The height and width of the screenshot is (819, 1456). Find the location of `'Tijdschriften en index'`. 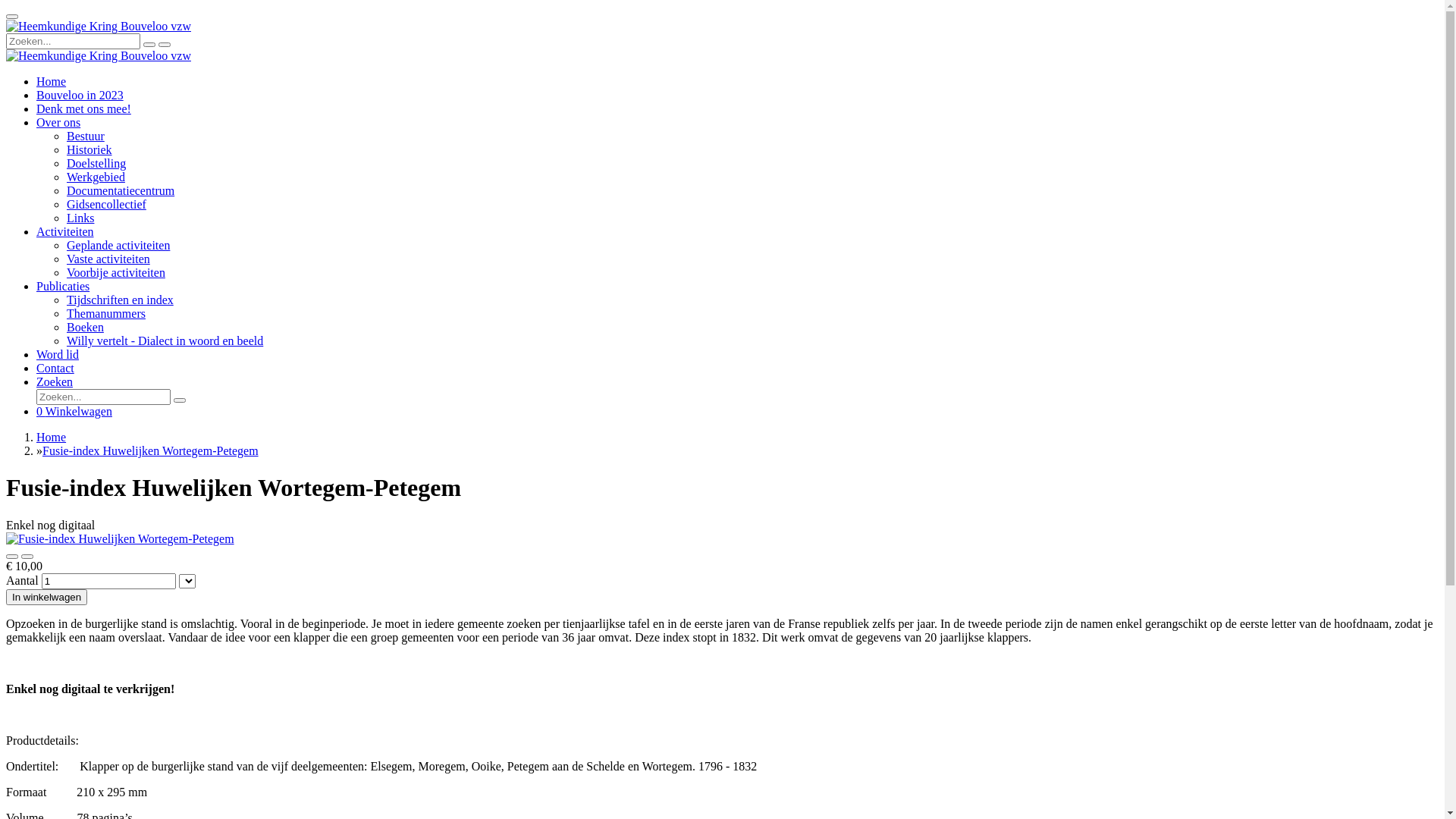

'Tijdschriften en index' is located at coordinates (119, 300).